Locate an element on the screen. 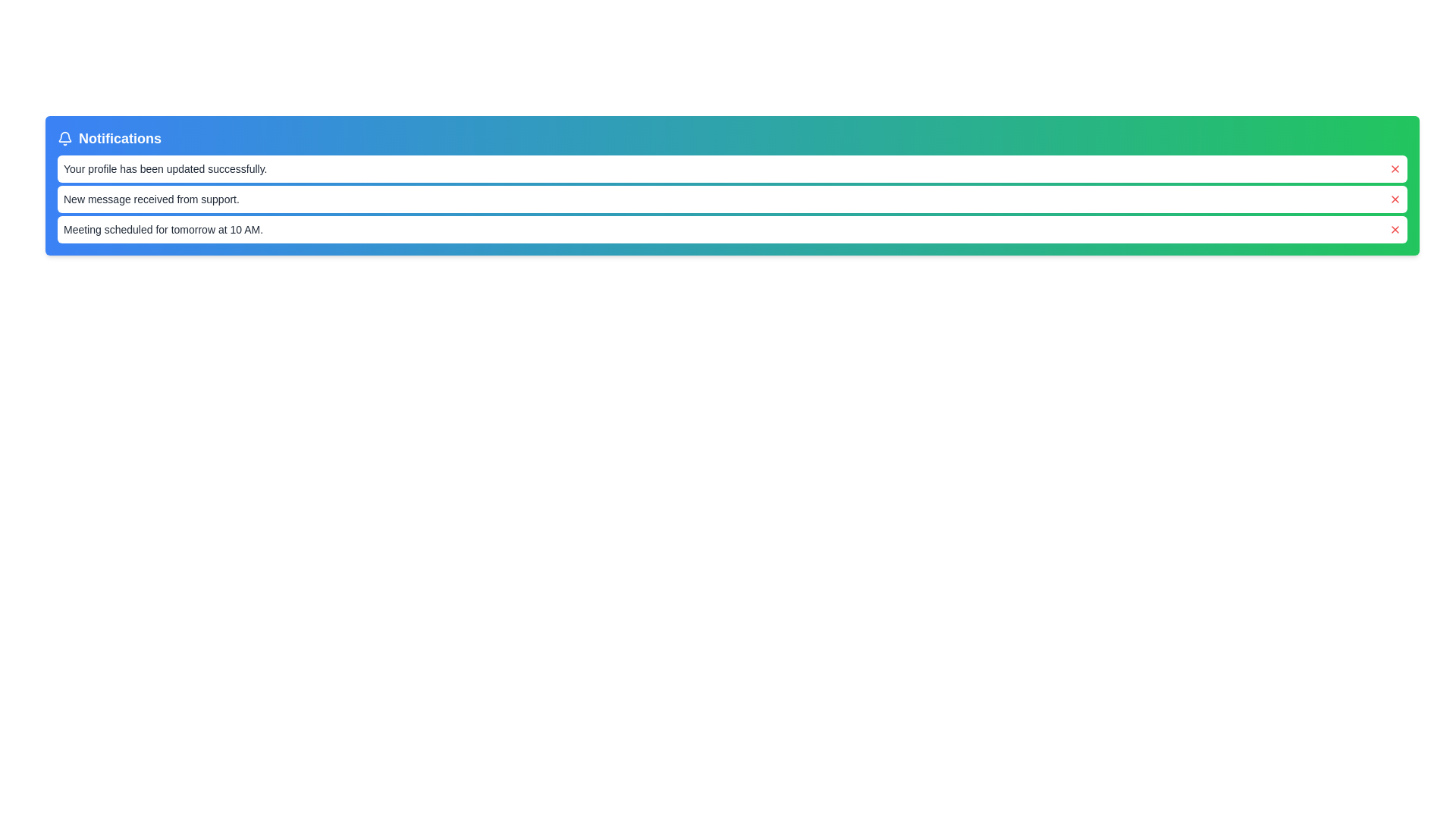 The height and width of the screenshot is (819, 1456). the Notification card with dismiss action that provides a notification about a scheduled meeting, positioned as the third notification in the vertical list is located at coordinates (732, 230).